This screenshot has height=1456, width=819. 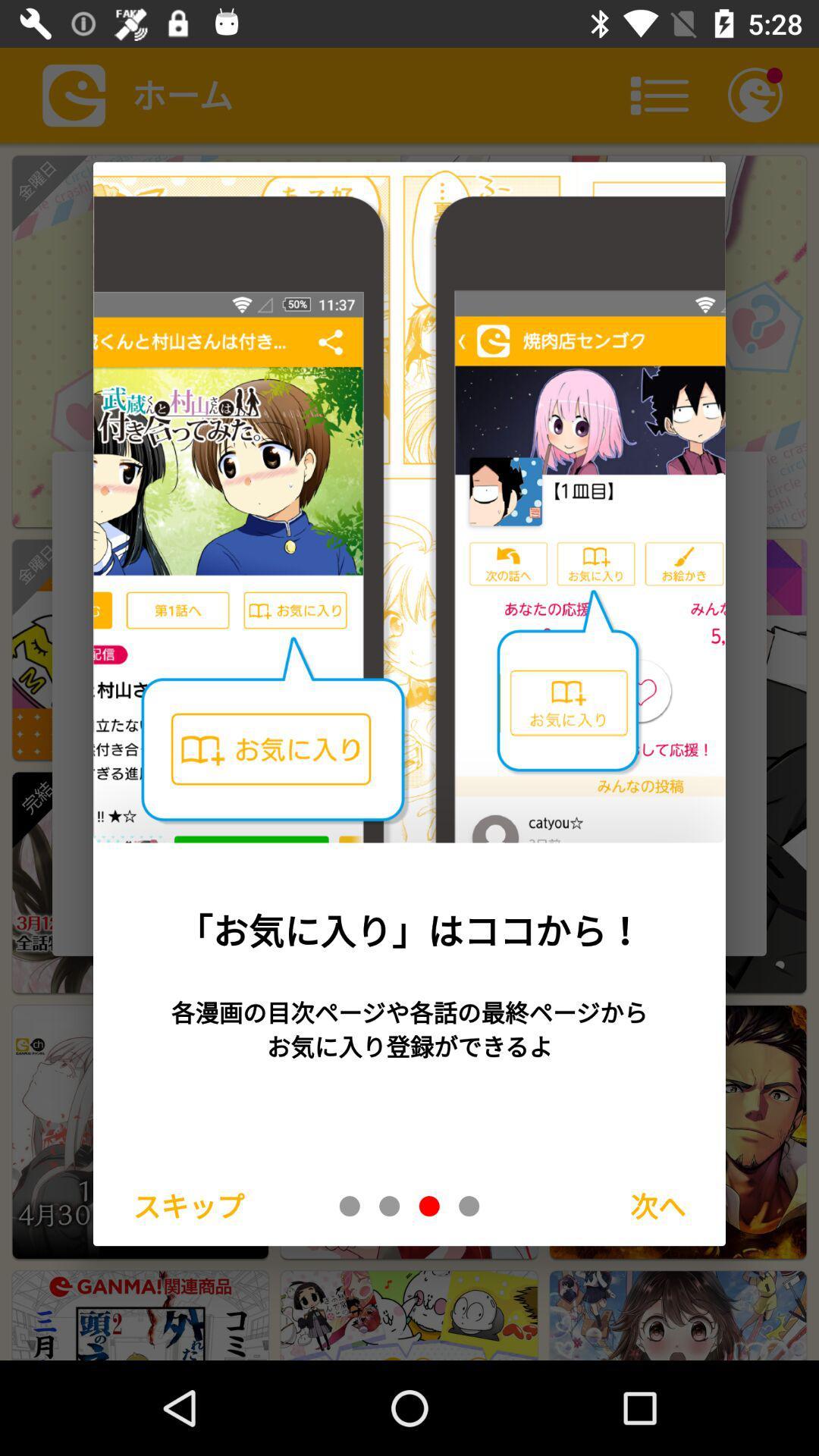 I want to click on current page, so click(x=429, y=1205).